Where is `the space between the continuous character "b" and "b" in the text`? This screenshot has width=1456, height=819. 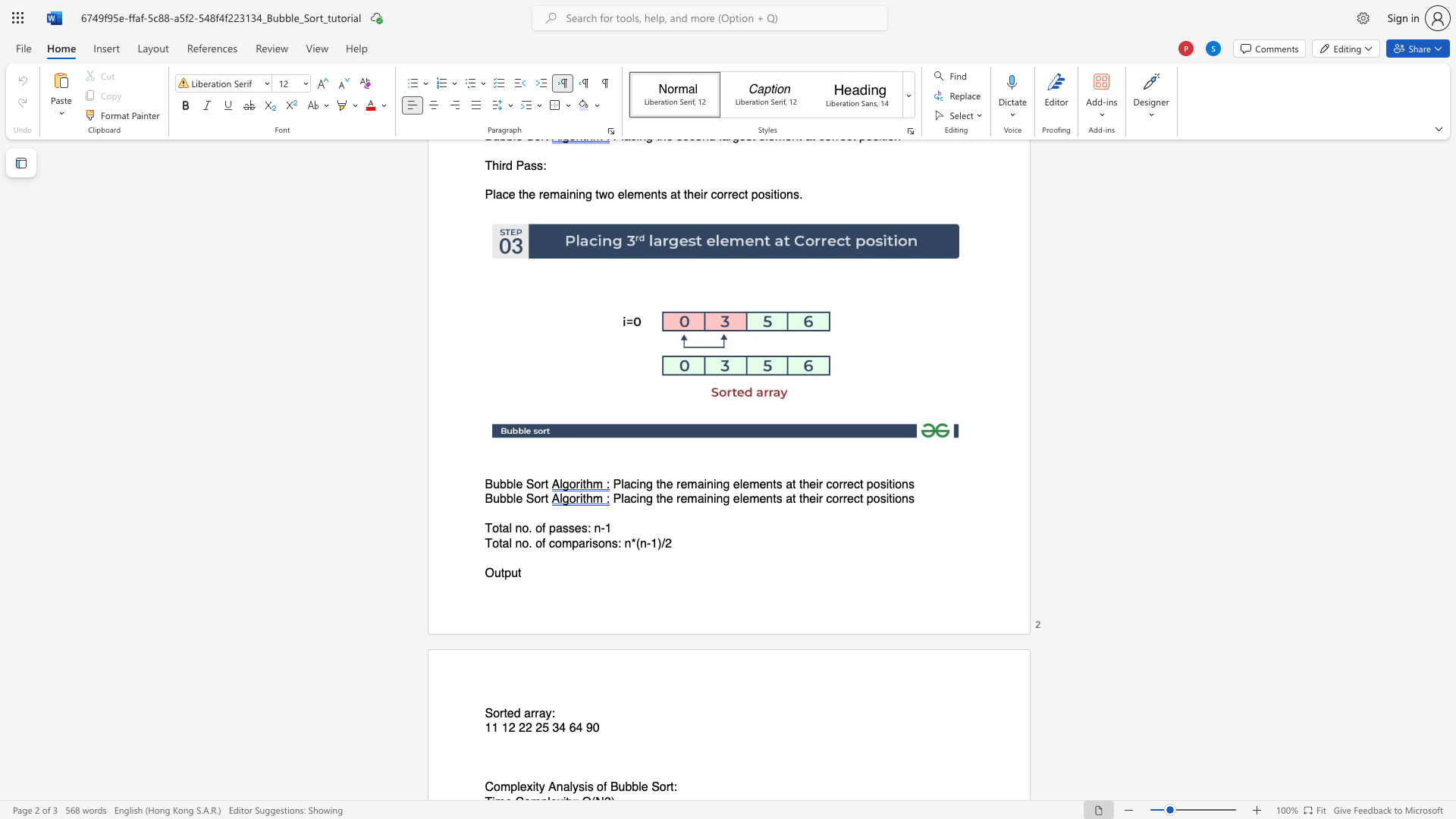 the space between the continuous character "b" and "b" in the text is located at coordinates (506, 485).